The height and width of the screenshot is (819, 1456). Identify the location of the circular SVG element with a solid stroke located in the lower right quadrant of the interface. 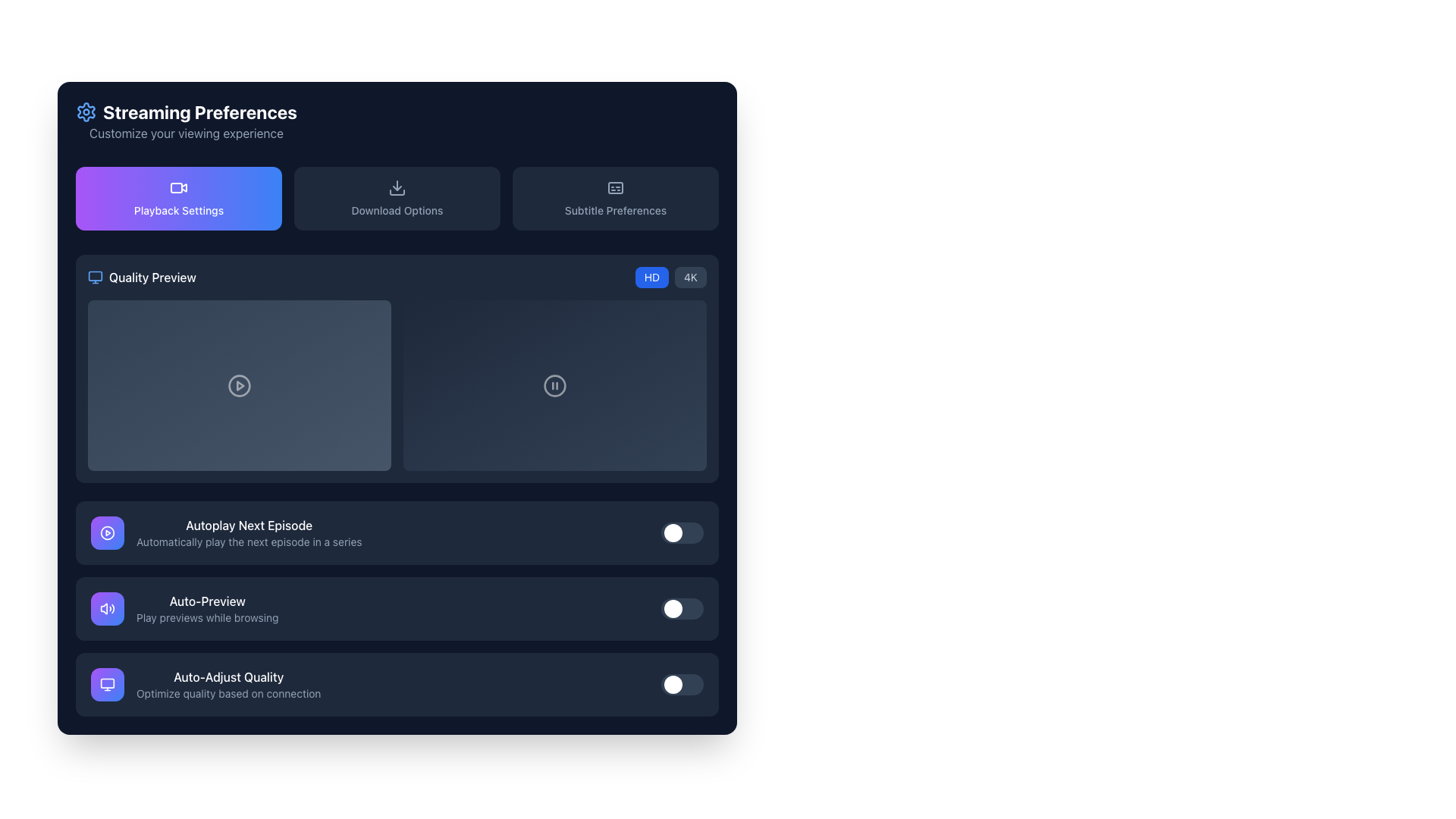
(554, 384).